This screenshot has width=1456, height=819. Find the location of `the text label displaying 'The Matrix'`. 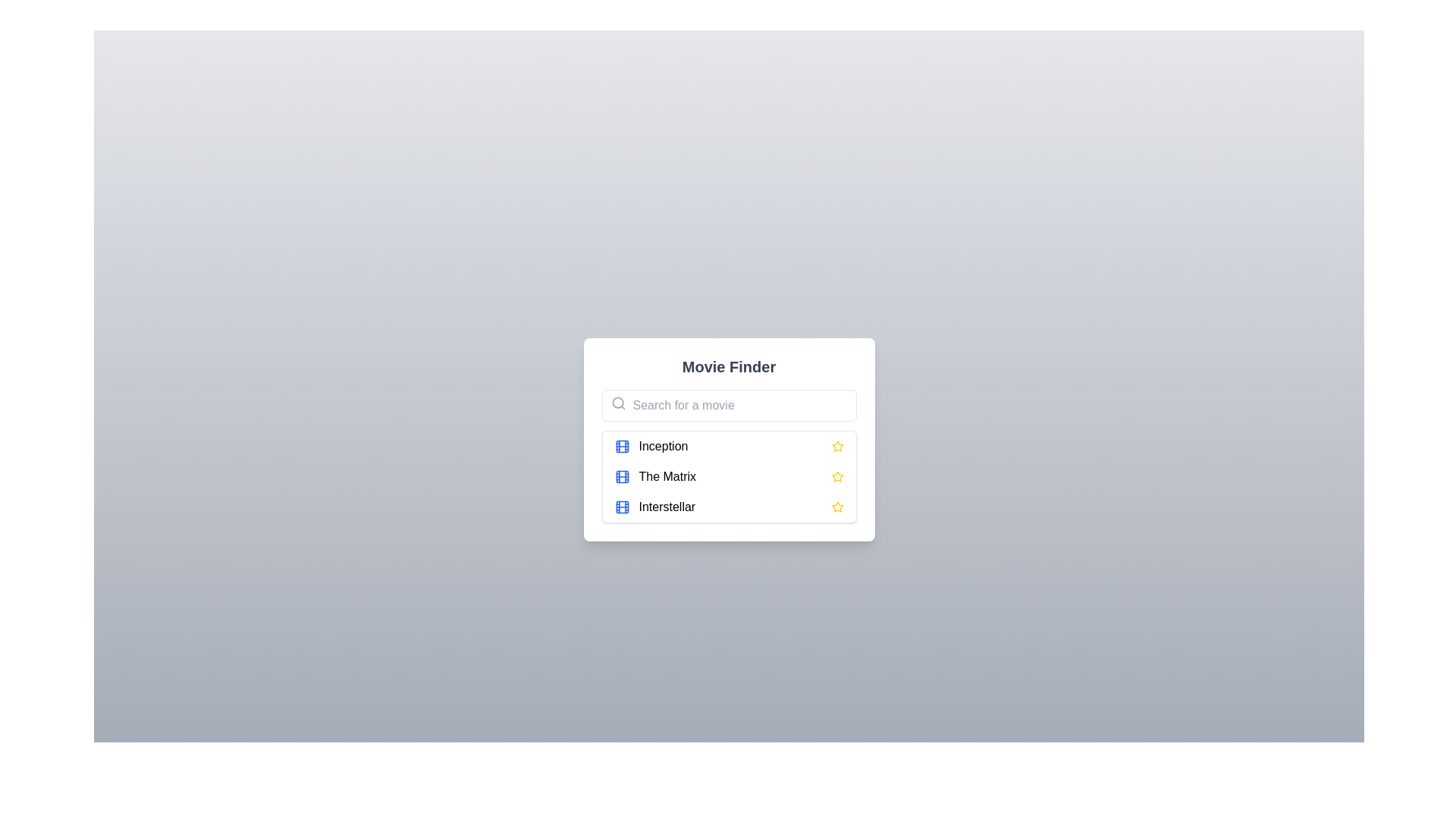

the text label displaying 'The Matrix' is located at coordinates (667, 475).